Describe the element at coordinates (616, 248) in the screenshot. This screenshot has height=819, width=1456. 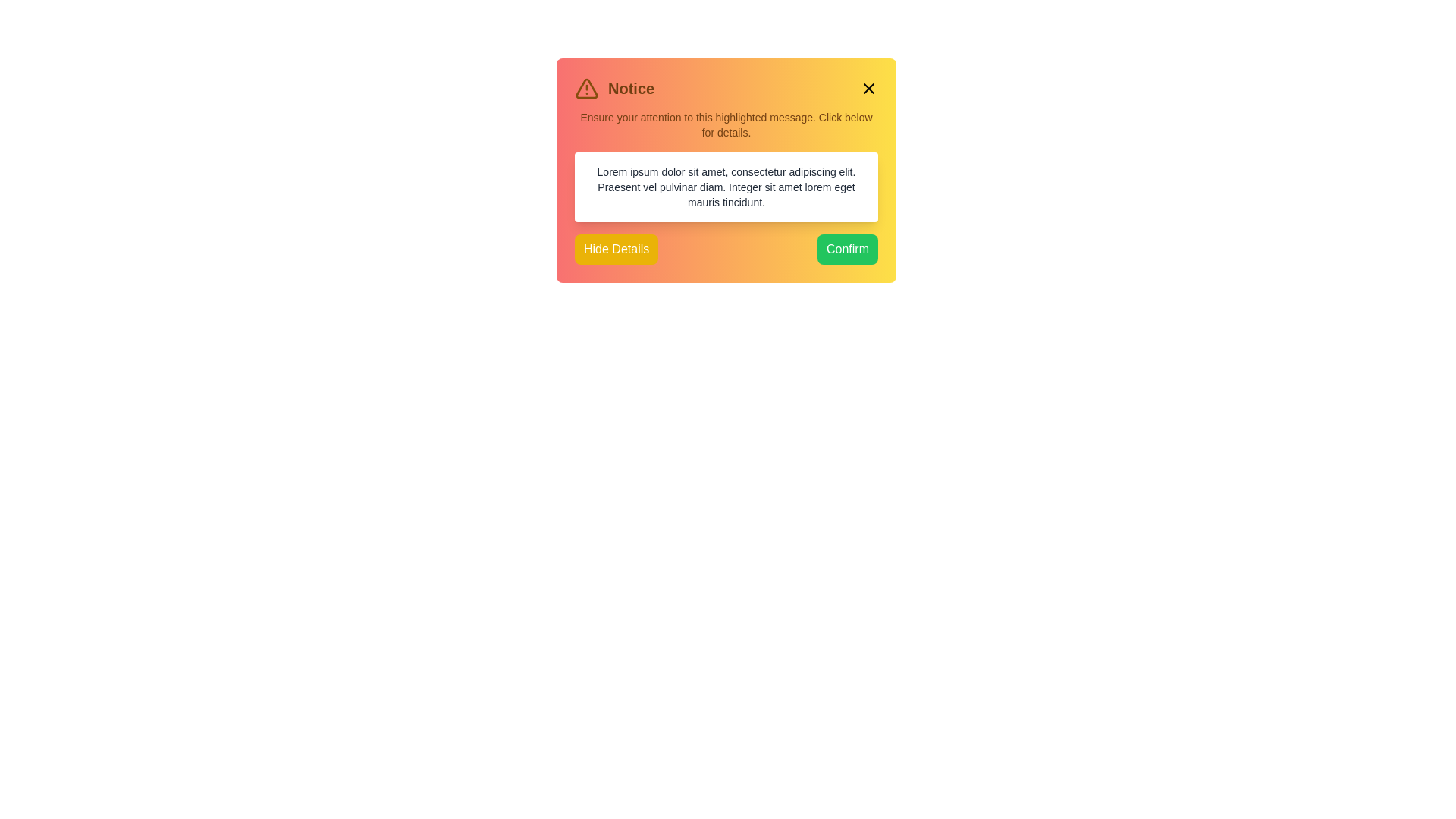
I see `the button labeled Hide Details` at that location.